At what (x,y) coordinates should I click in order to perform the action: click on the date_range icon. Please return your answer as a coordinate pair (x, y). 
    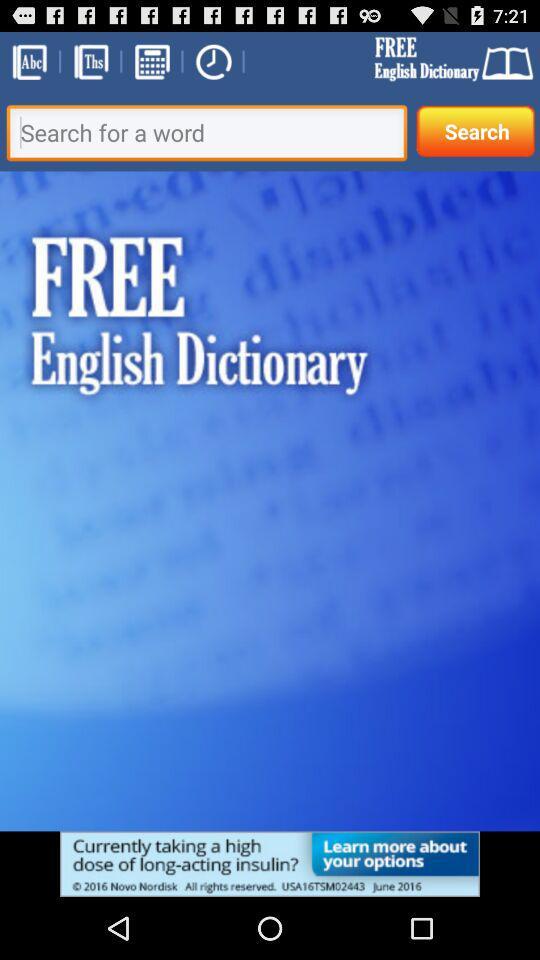
    Looking at the image, I should click on (150, 65).